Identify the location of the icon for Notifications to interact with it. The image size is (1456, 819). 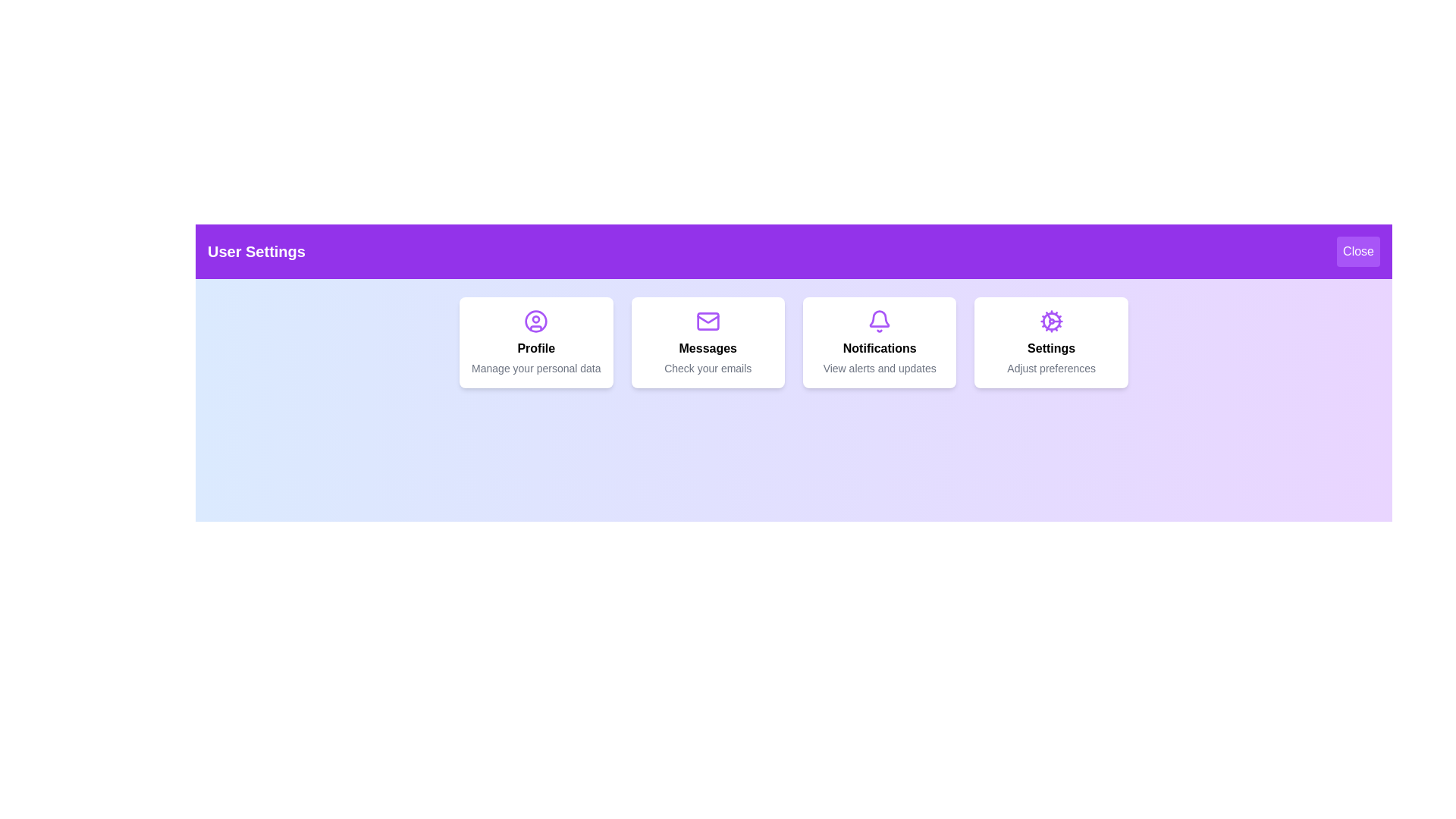
(880, 321).